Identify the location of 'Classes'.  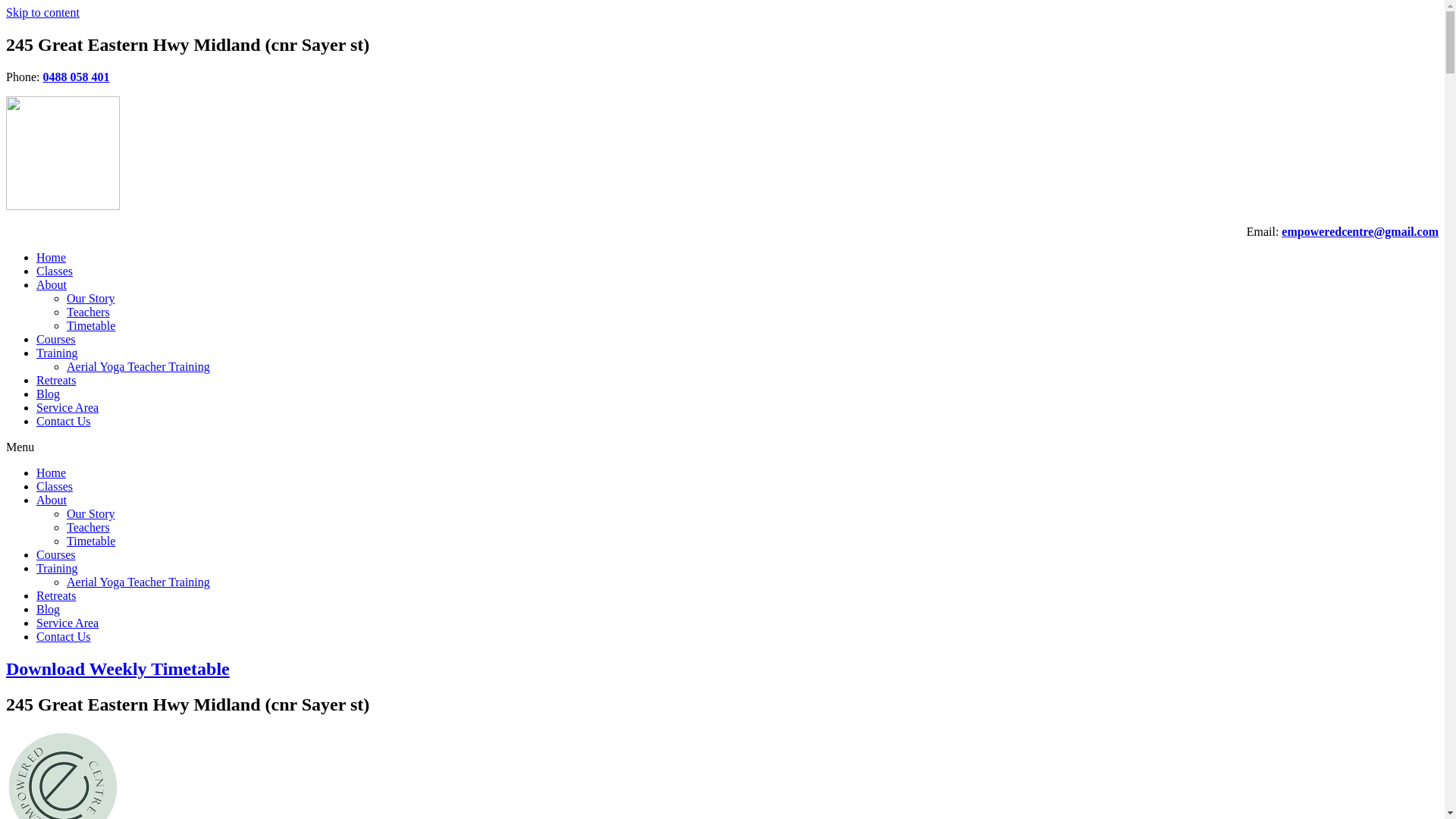
(55, 486).